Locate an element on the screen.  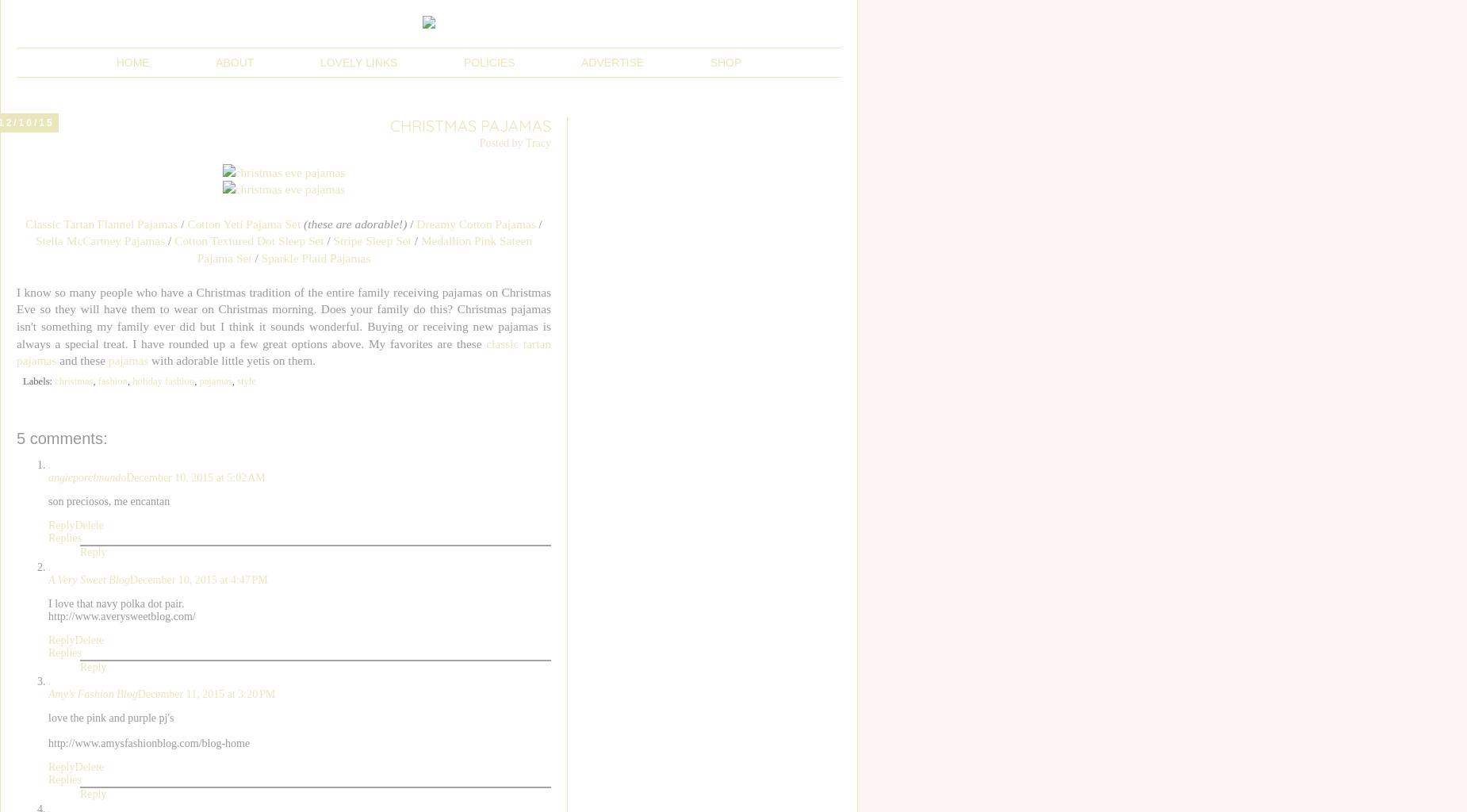
'Sparkle Plaid Pajamas' is located at coordinates (314, 256).